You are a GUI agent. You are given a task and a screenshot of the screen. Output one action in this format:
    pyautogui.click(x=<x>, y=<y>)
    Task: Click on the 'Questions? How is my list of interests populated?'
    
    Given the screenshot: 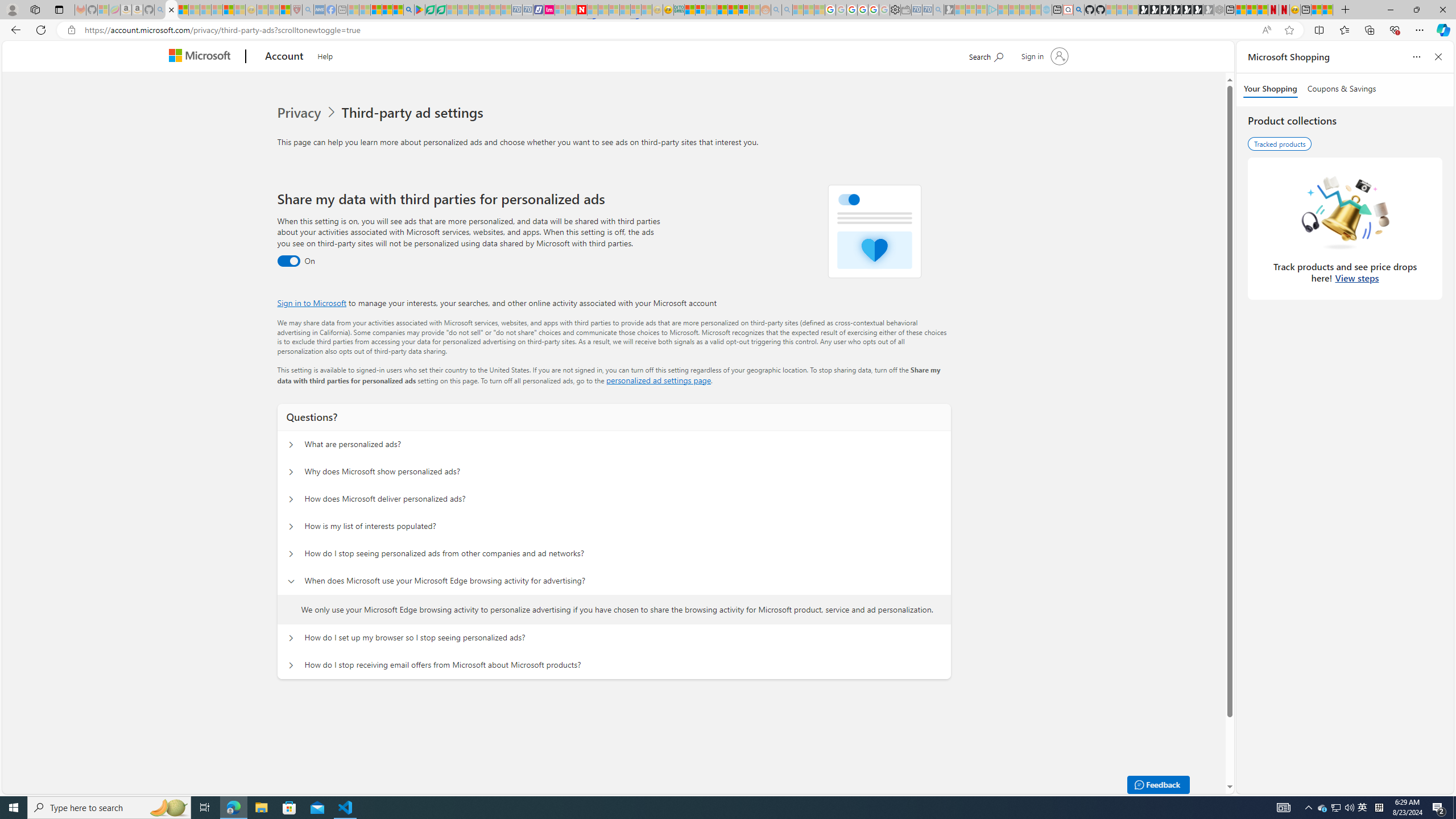 What is the action you would take?
    pyautogui.click(x=289, y=526)
    